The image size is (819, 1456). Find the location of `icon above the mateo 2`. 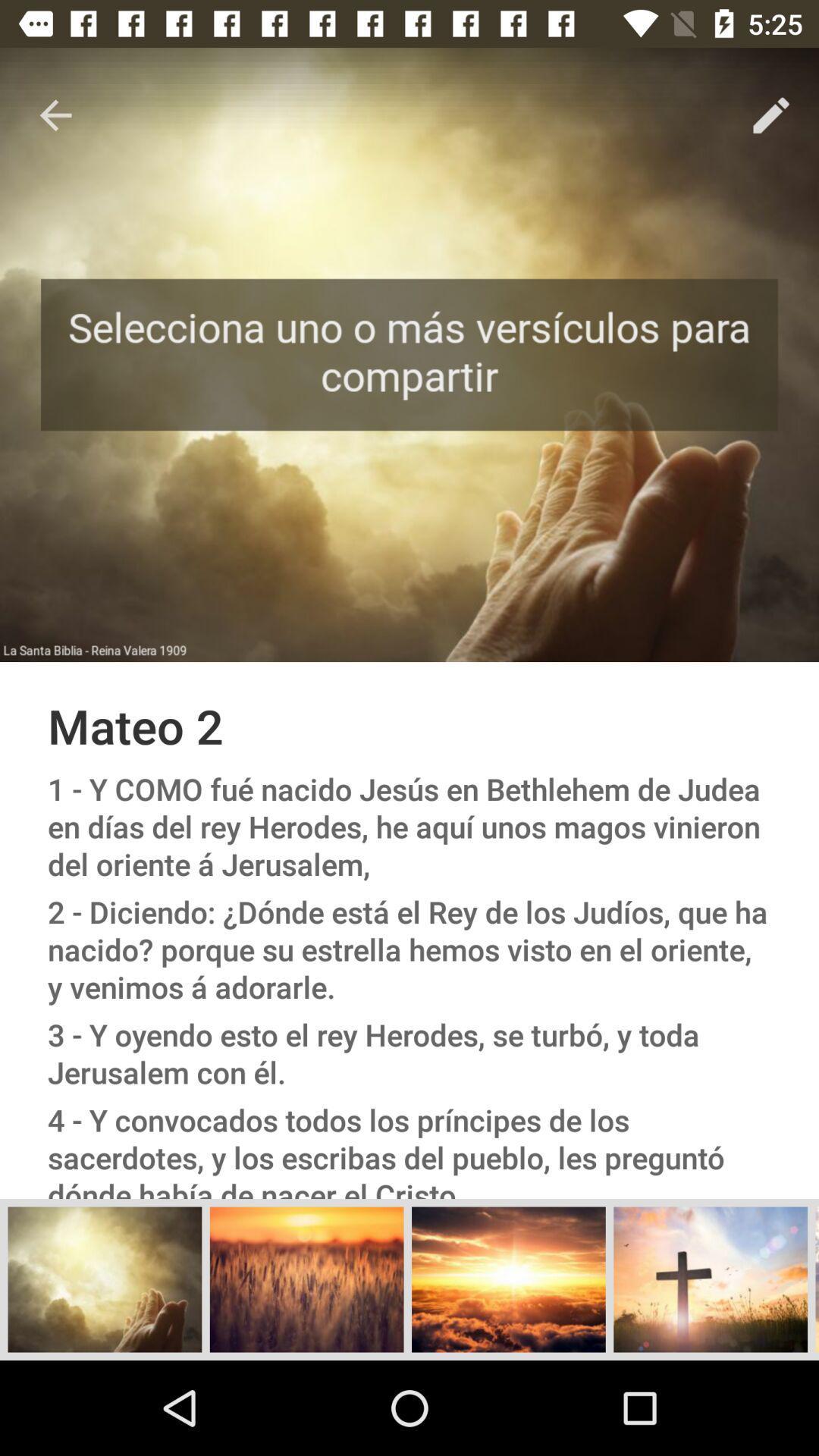

icon above the mateo 2 is located at coordinates (55, 115).